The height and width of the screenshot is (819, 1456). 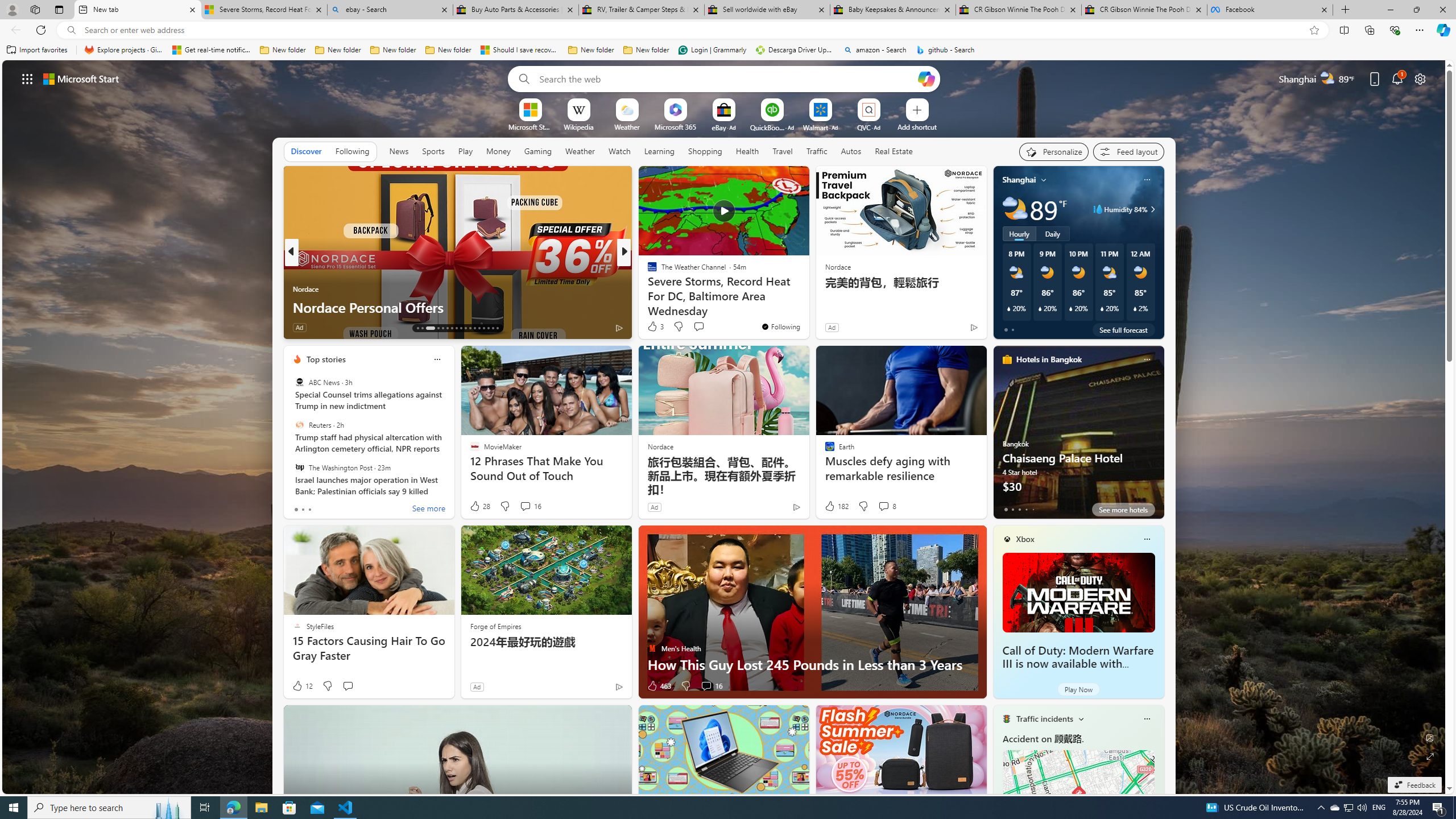 I want to click on 'Las Vegas Strip visitors face outrageous new fee', so click(x=806, y=307).